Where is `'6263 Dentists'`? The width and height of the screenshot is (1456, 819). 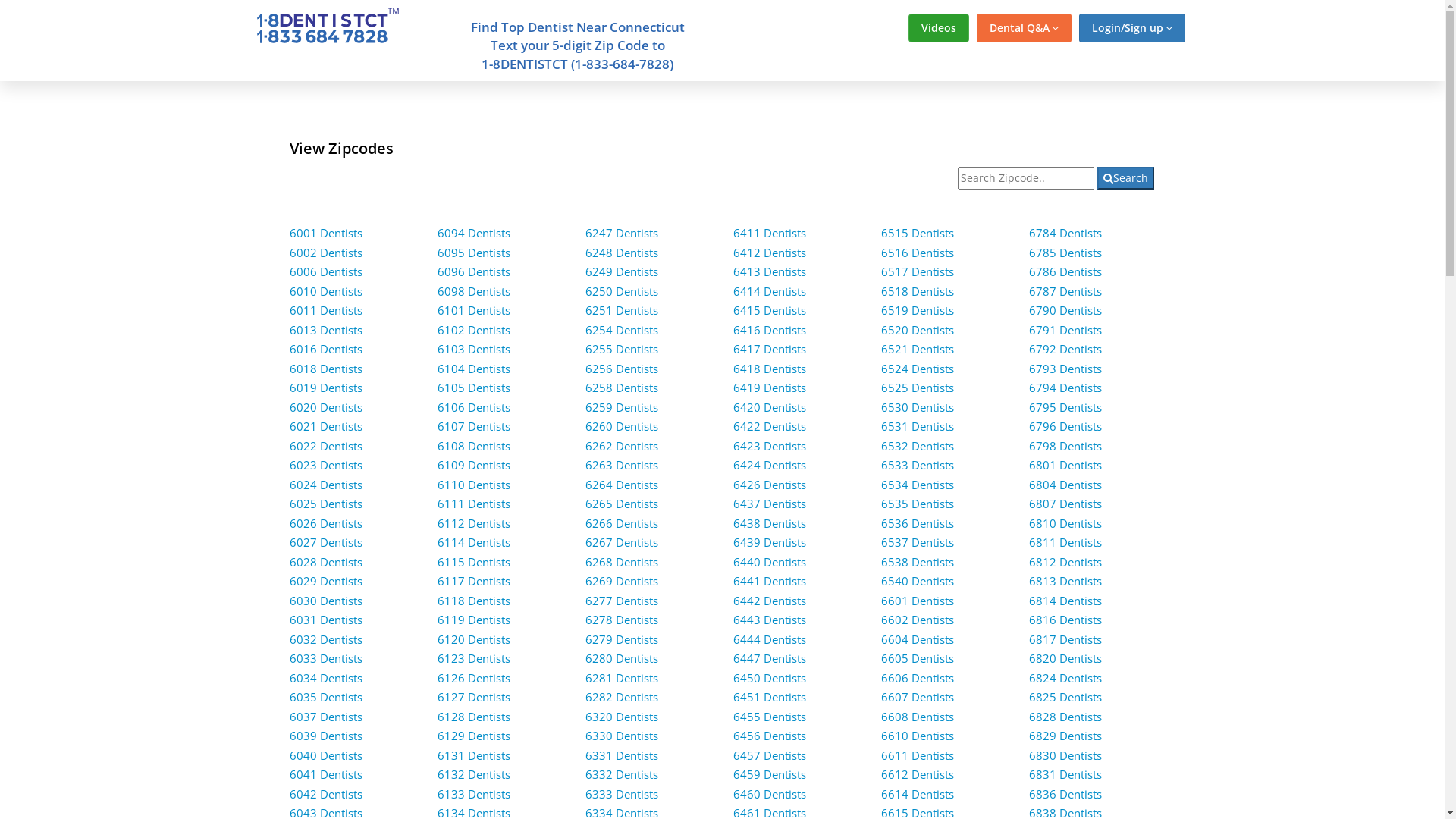 '6263 Dentists' is located at coordinates (622, 464).